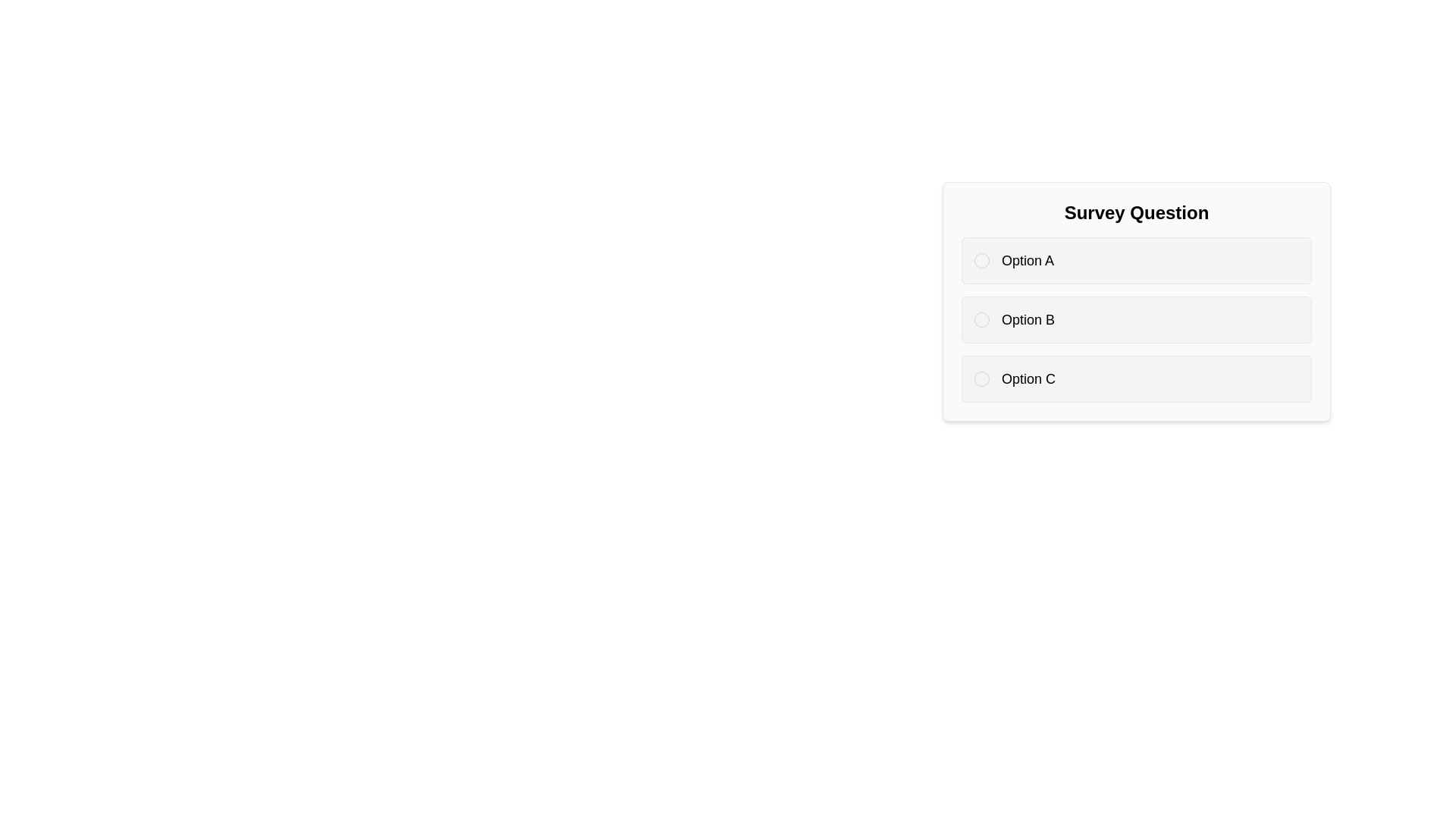 The image size is (1456, 819). What do you see at coordinates (1136, 378) in the screenshot?
I see `the radio button option for 'Option C' located under the 'Survey Question' section` at bounding box center [1136, 378].